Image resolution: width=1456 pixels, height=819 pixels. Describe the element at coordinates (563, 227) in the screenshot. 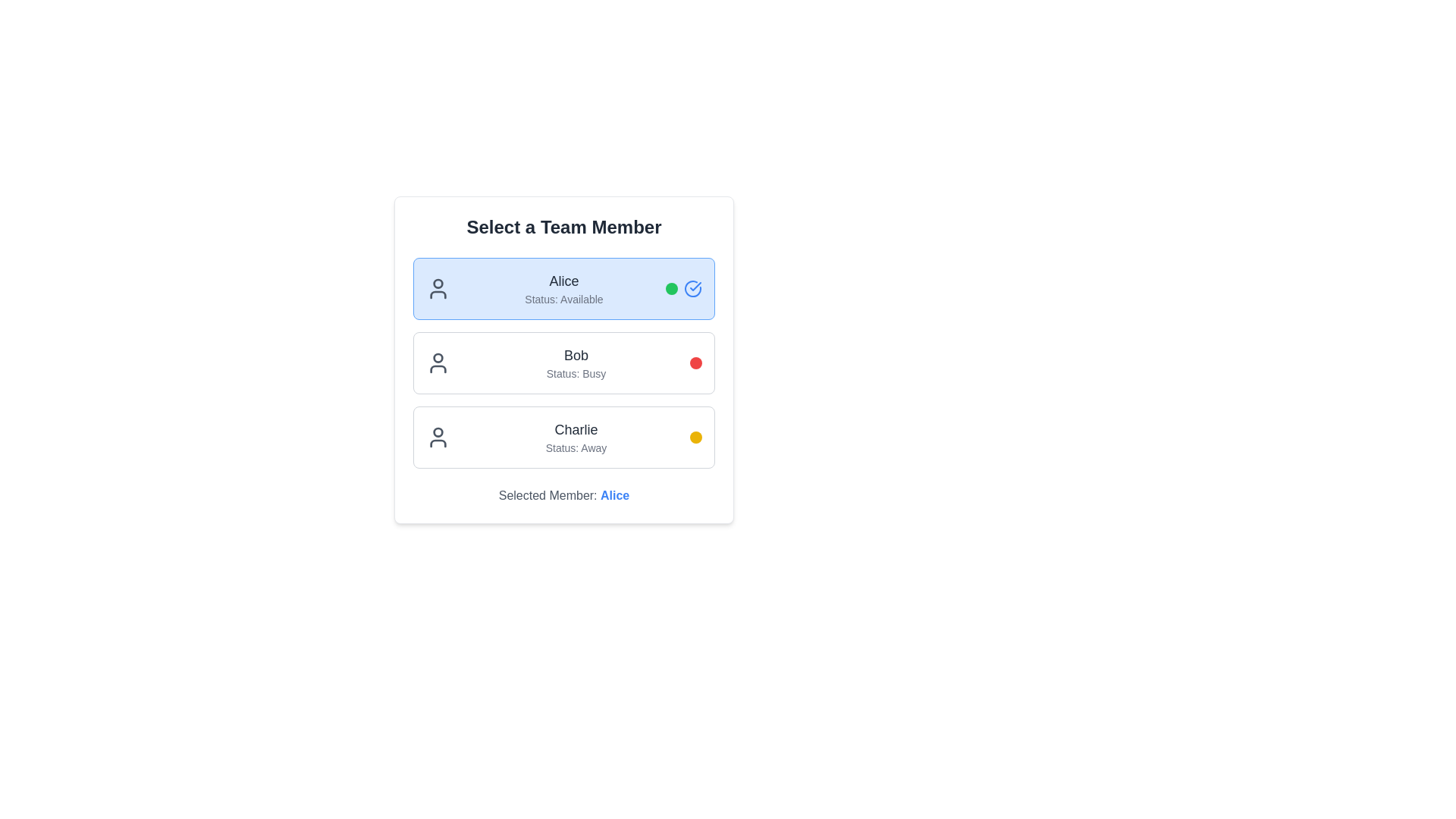

I see `the Static text header that introduces the purpose of the section for choosing a team member` at that location.